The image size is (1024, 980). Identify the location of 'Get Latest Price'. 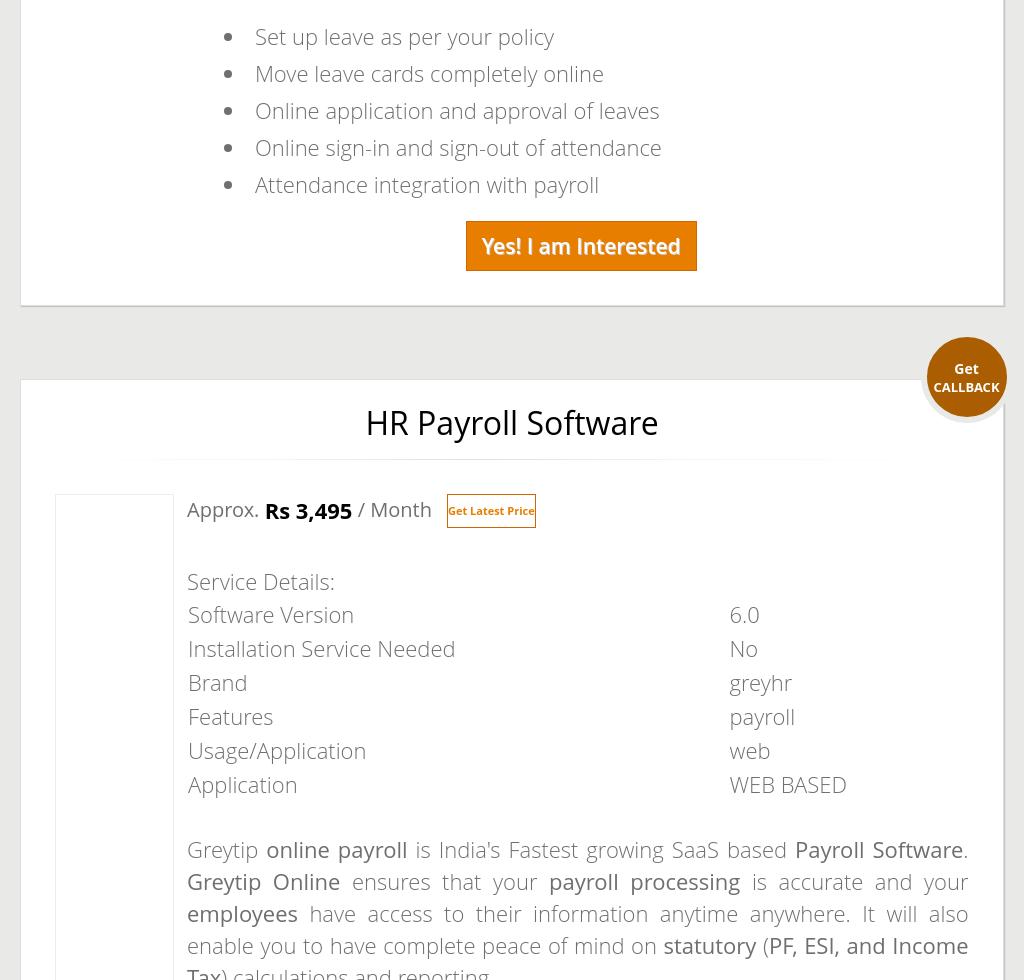
(489, 510).